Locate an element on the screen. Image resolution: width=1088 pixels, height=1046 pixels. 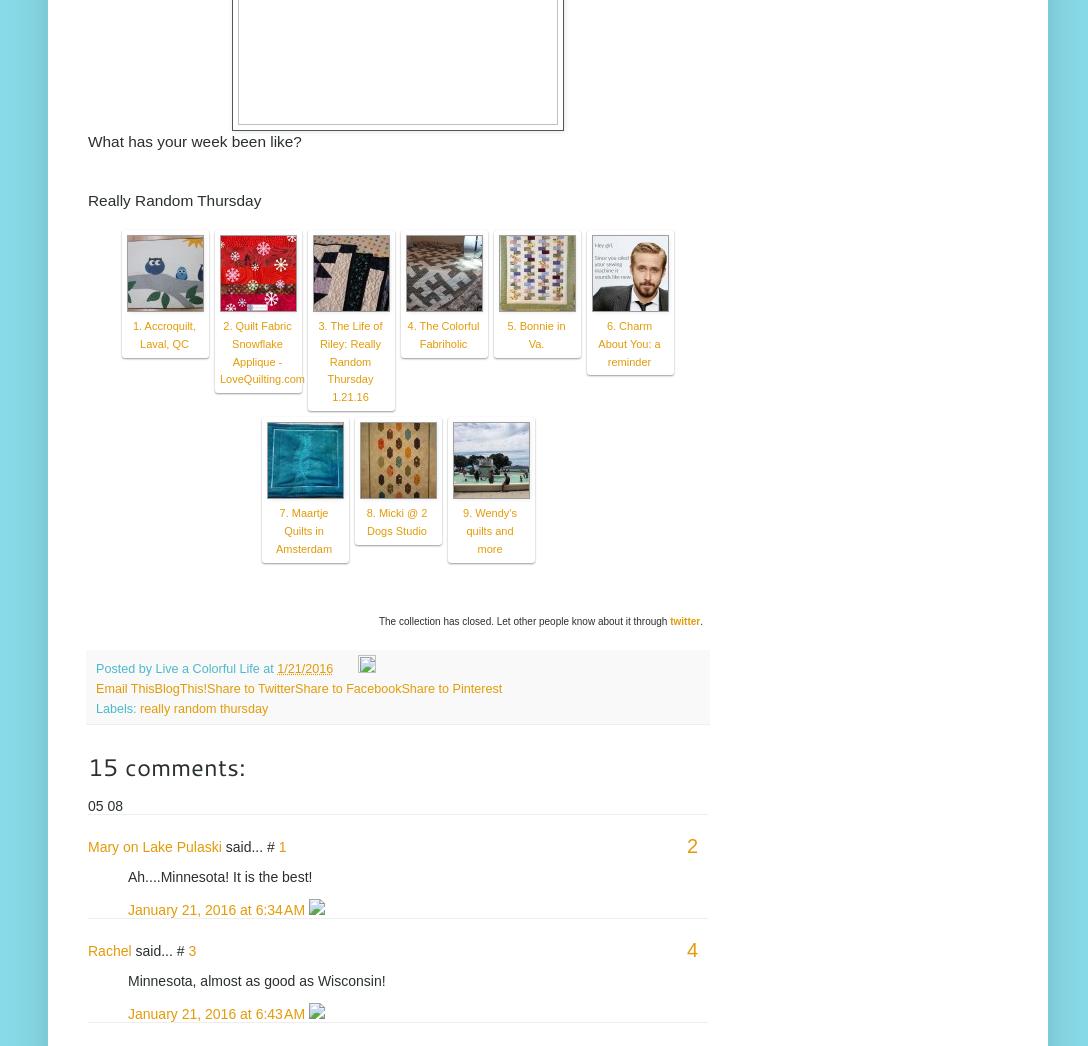
'Rachel' is located at coordinates (109, 948).